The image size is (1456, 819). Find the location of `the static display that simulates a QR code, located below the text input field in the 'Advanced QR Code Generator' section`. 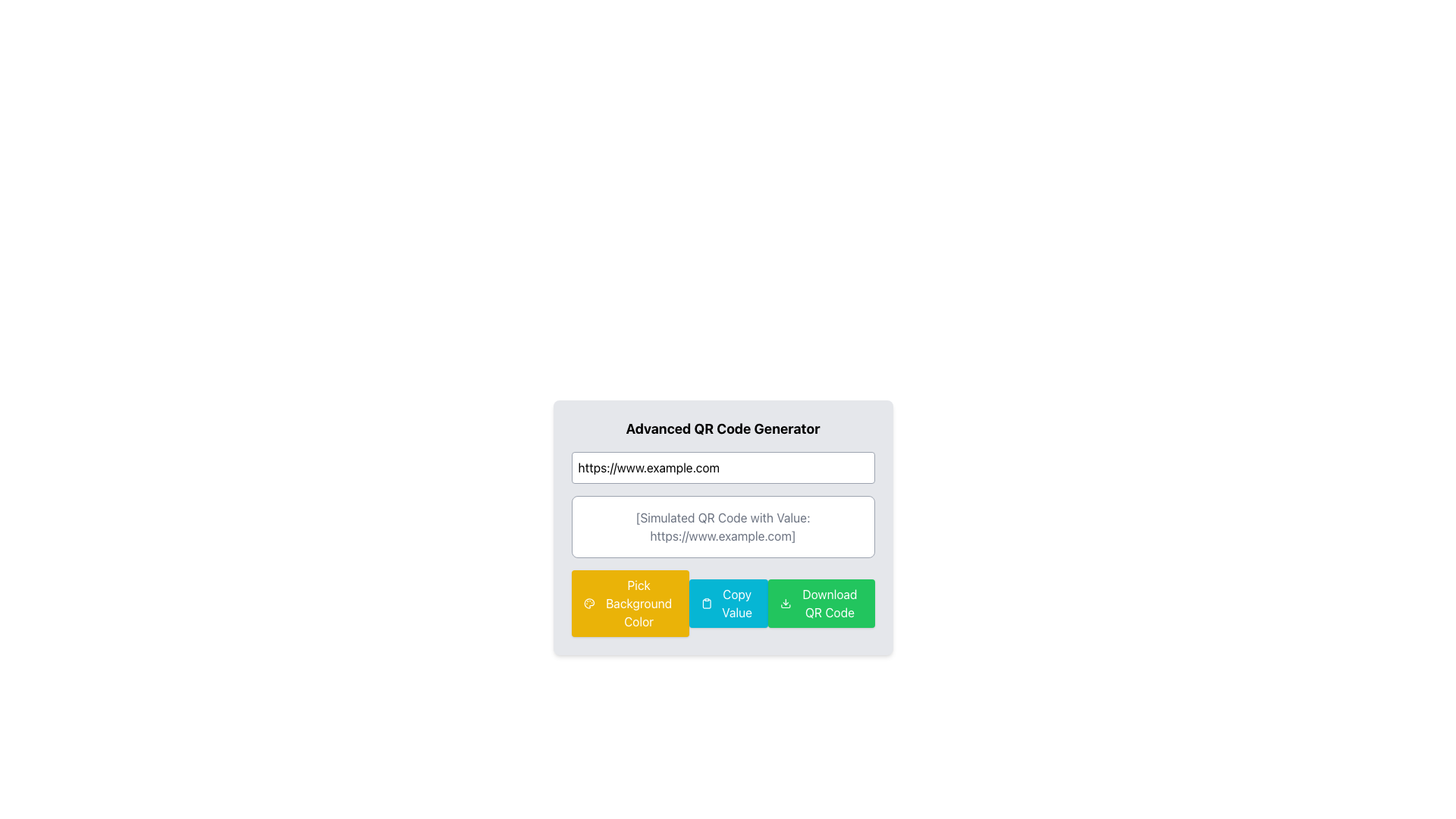

the static display that simulates a QR code, located below the text input field in the 'Advanced QR Code Generator' section is located at coordinates (722, 526).